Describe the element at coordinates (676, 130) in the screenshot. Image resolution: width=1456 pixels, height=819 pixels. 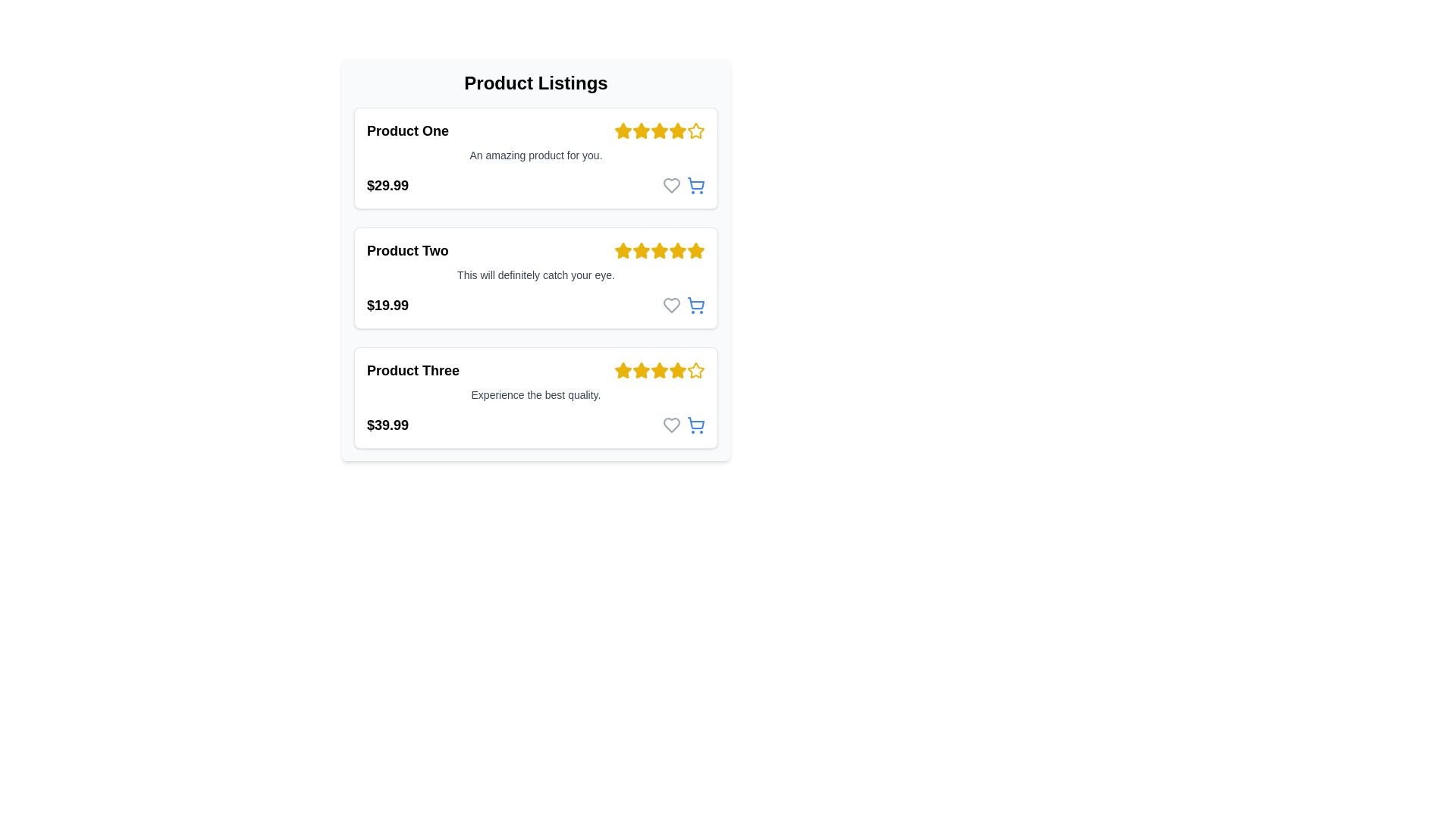
I see `the fourth visible star in the rating row of 'Product One'` at that location.